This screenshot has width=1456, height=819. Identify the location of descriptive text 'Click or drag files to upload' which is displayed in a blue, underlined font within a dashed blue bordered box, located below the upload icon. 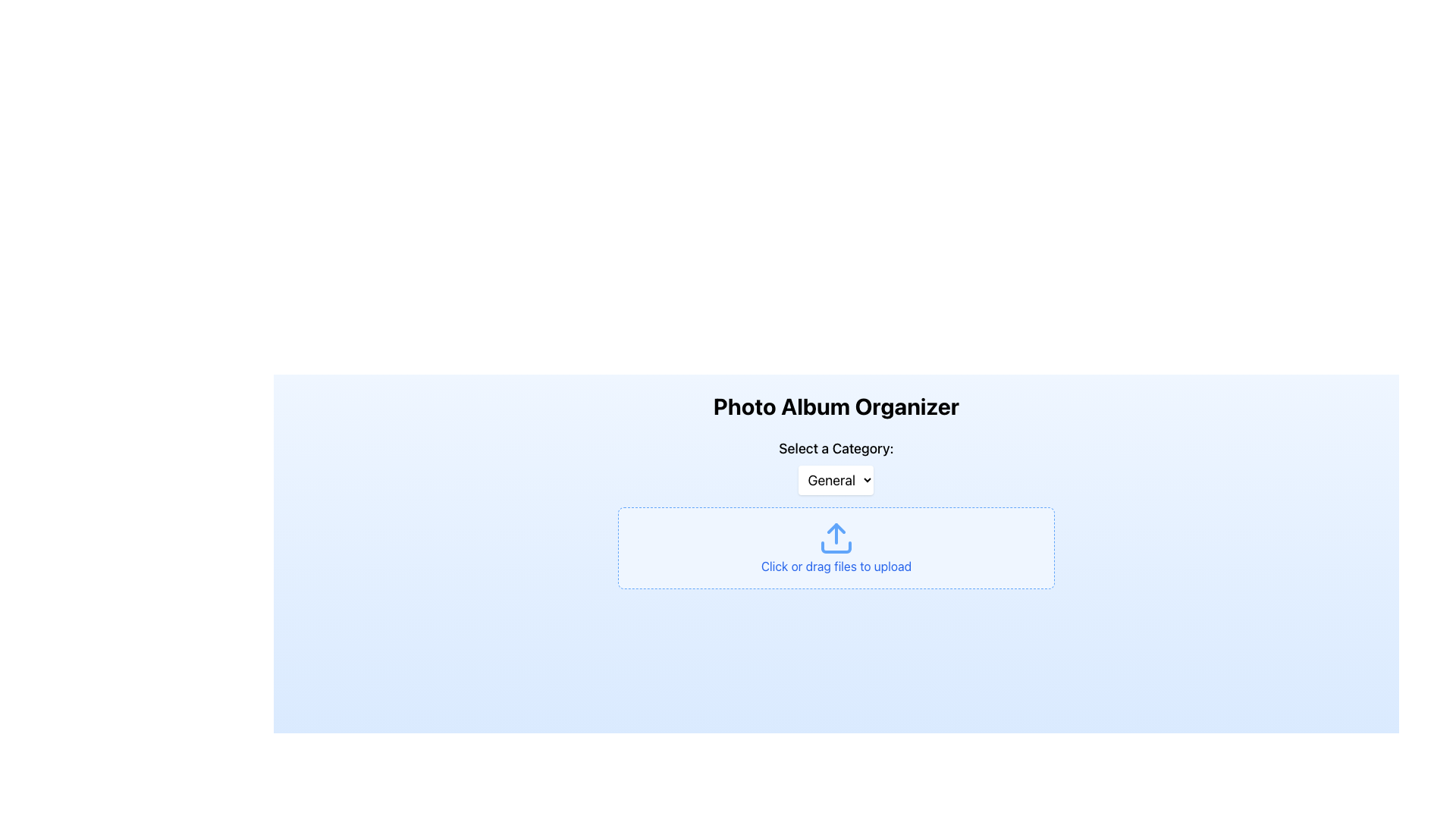
(836, 566).